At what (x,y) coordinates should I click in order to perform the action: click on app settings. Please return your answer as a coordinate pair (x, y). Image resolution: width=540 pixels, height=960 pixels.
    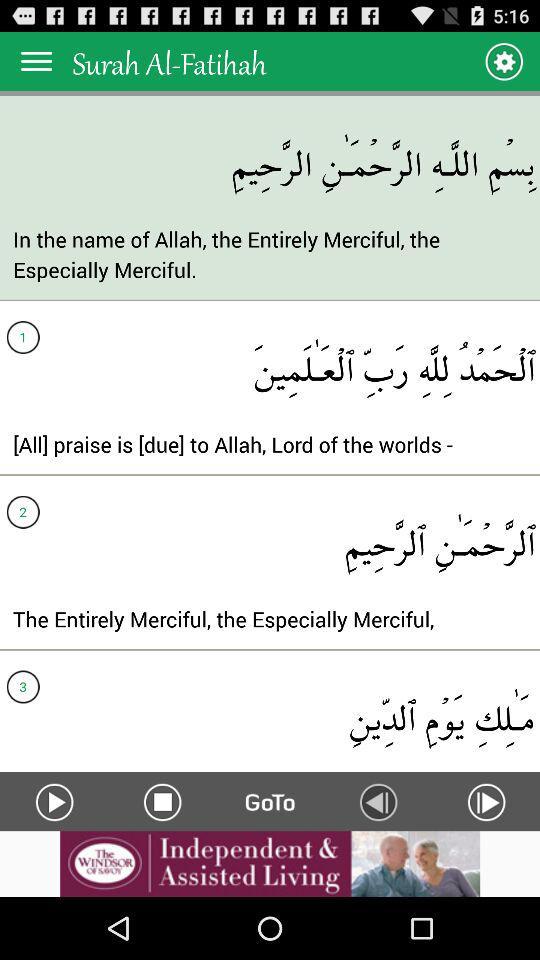
    Looking at the image, I should click on (502, 61).